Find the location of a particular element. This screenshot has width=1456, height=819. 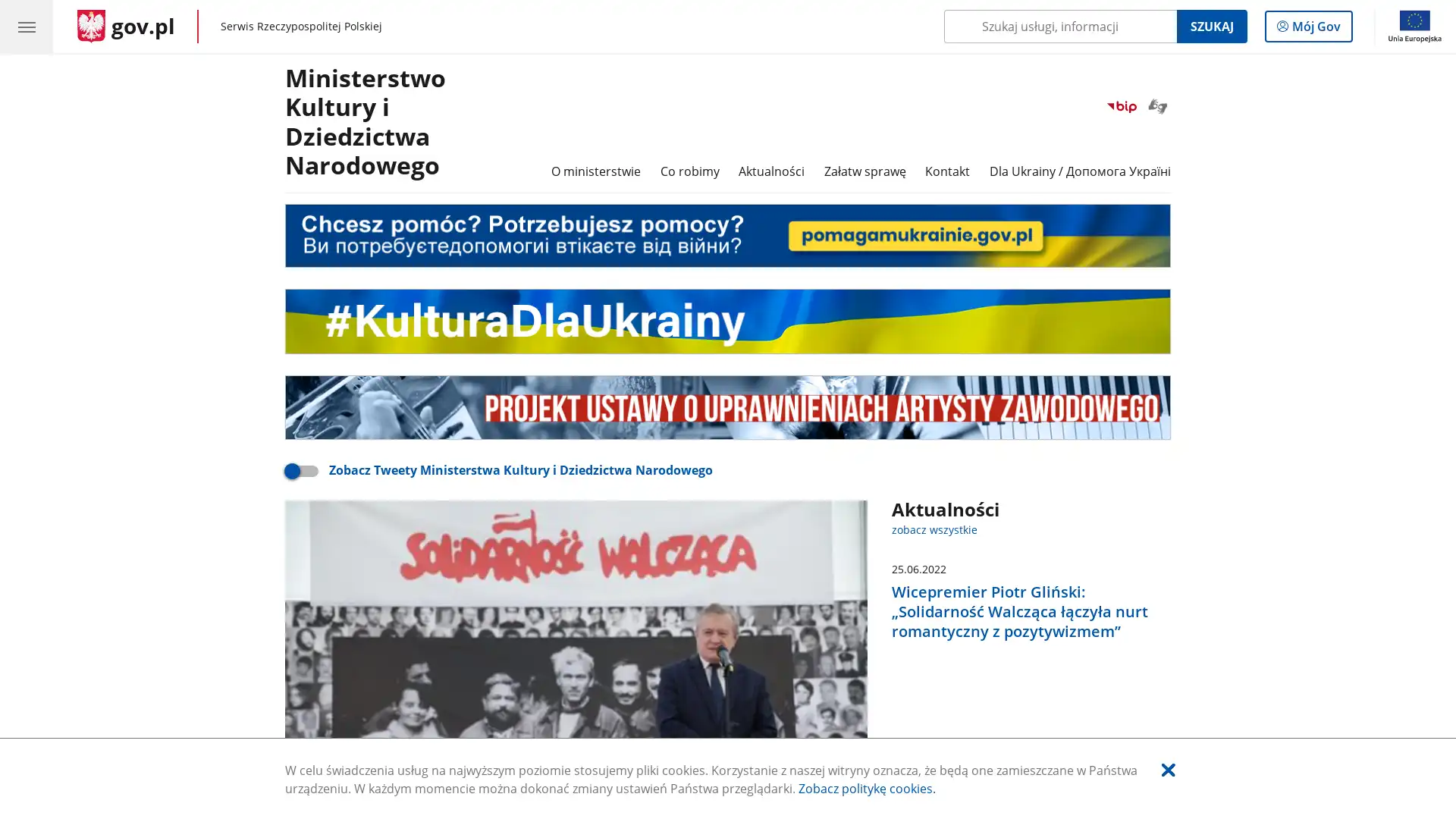

Akceptuje polityke dotyczaca wykorzystania plikow cookies. Zamknij pop-up. is located at coordinates (1167, 769).